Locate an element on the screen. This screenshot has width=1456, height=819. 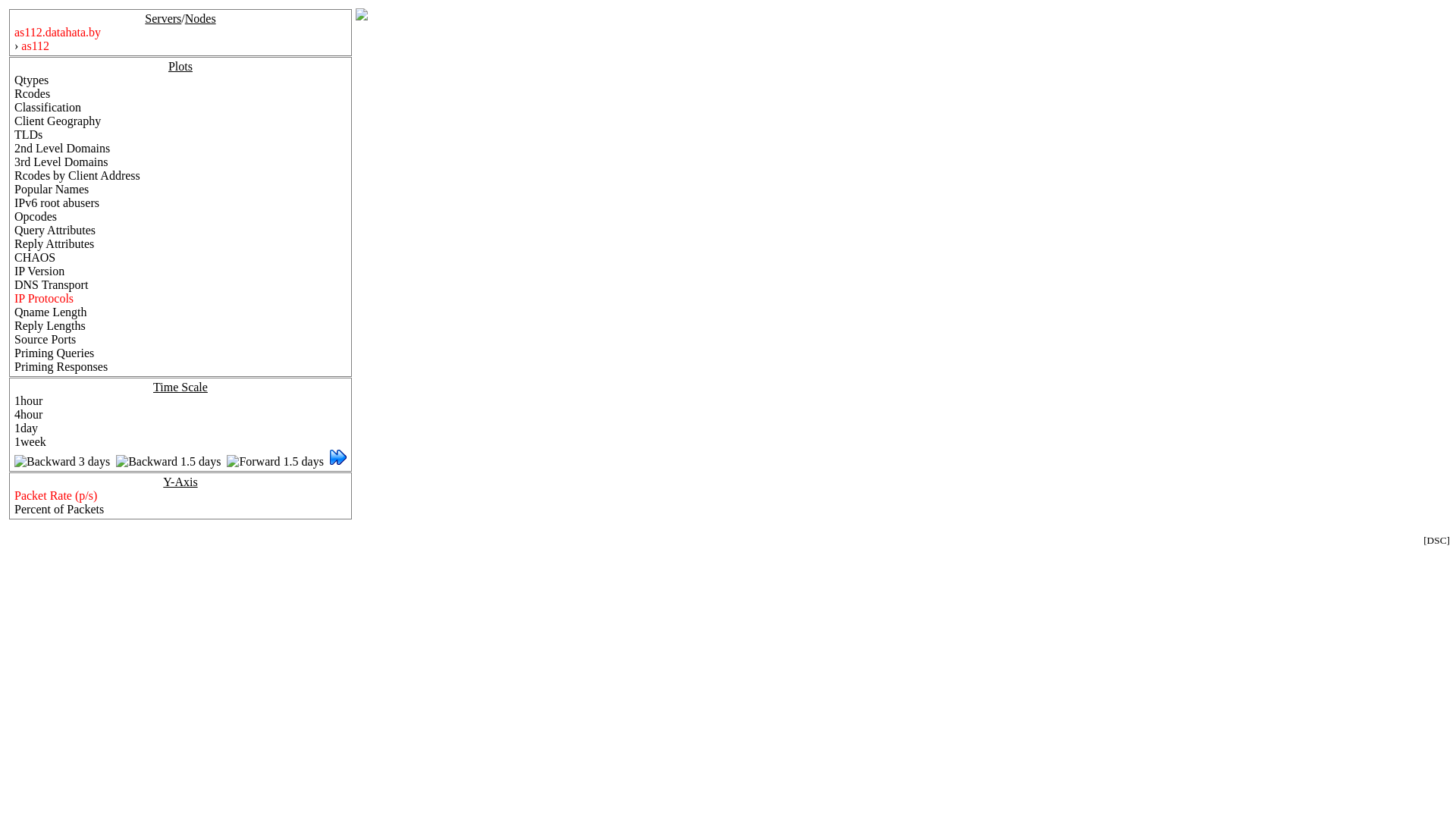
'Packet Rate (p/s)' is located at coordinates (55, 495).